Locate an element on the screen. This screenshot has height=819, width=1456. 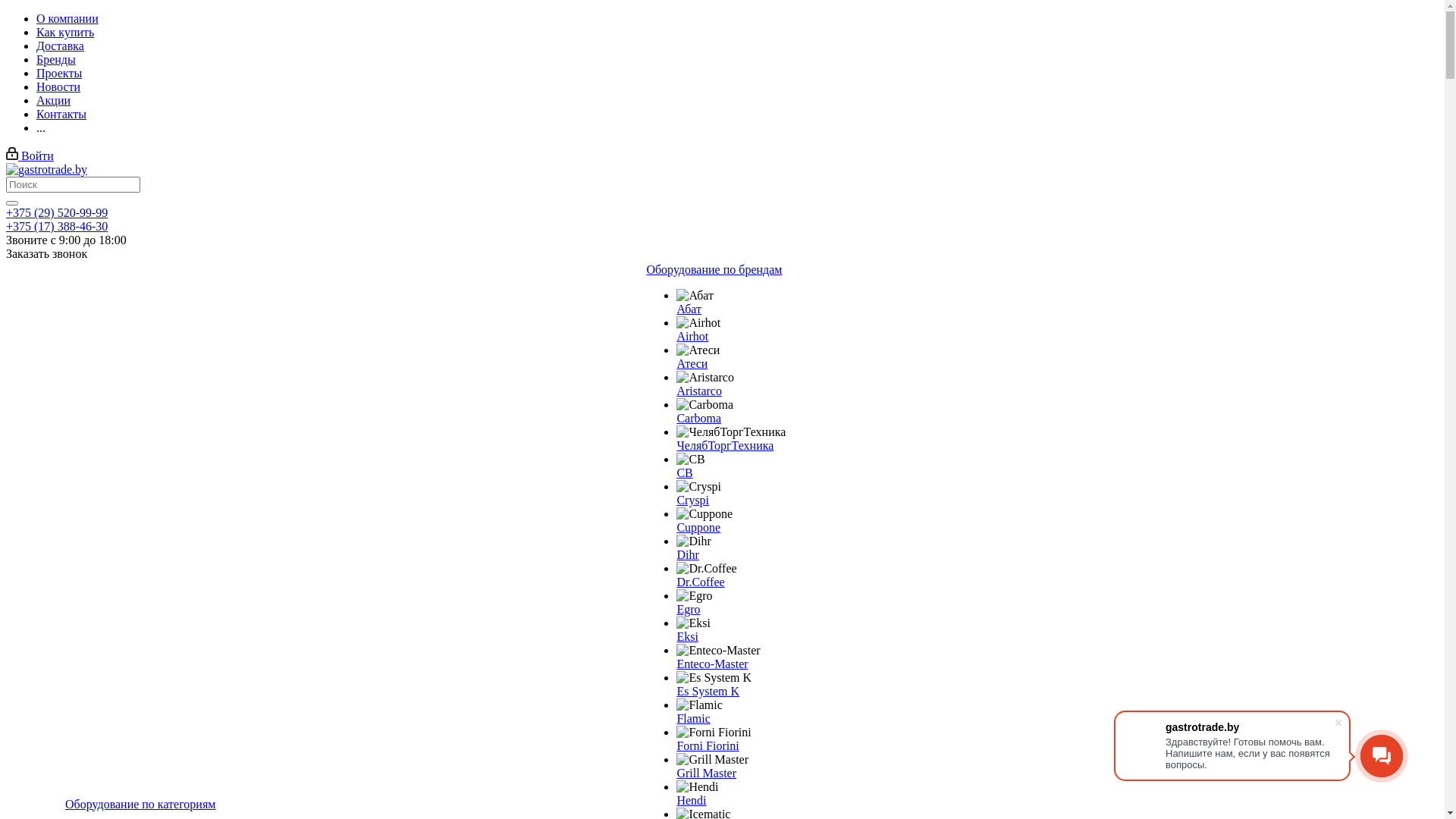
'CB' is located at coordinates (683, 472).